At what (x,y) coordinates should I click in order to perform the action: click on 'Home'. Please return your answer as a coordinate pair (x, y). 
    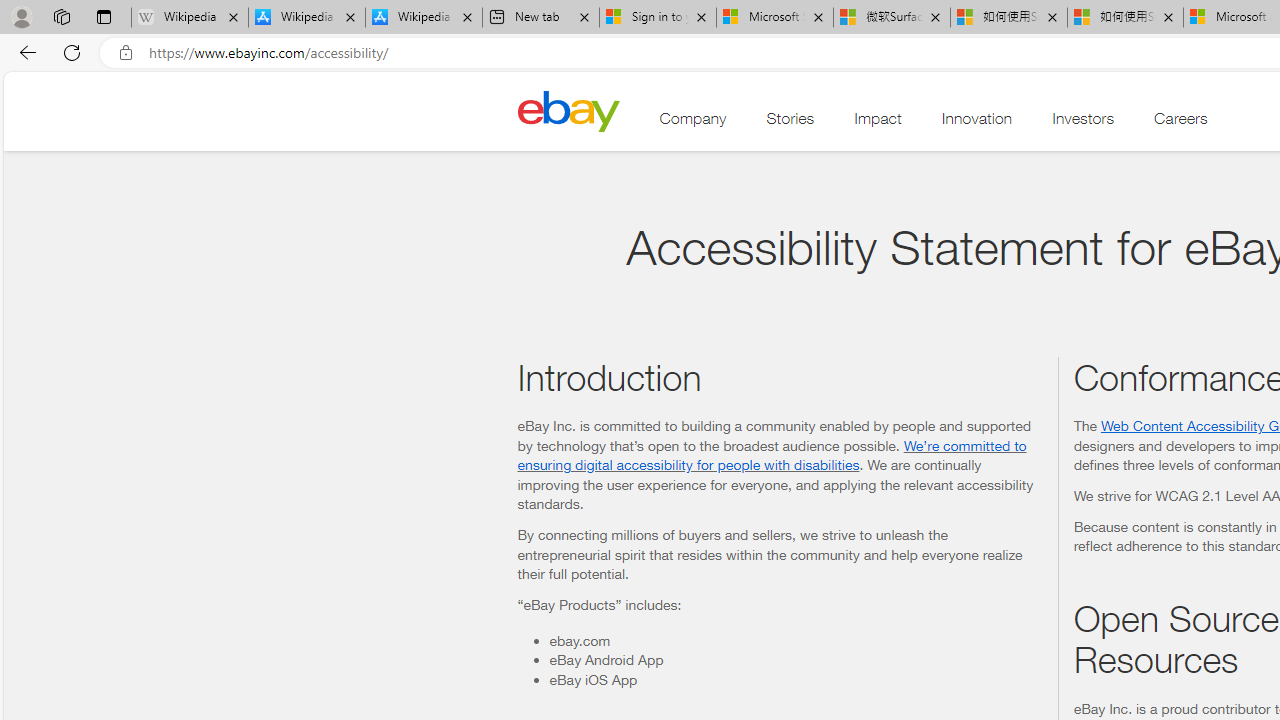
    Looking at the image, I should click on (567, 111).